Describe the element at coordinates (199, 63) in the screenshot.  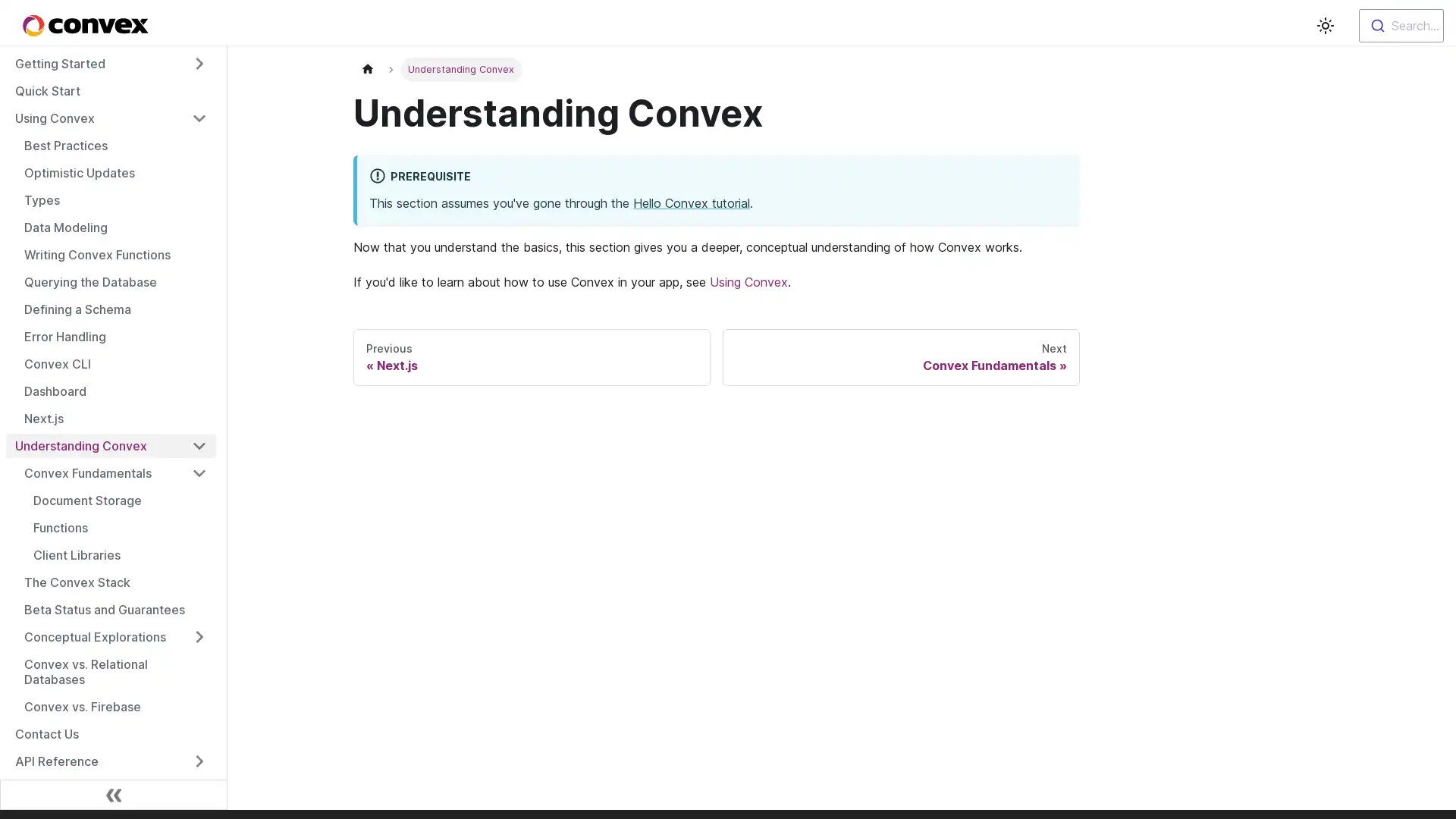
I see `Toggle the collapsible sidebar category 'Getting Started'` at that location.